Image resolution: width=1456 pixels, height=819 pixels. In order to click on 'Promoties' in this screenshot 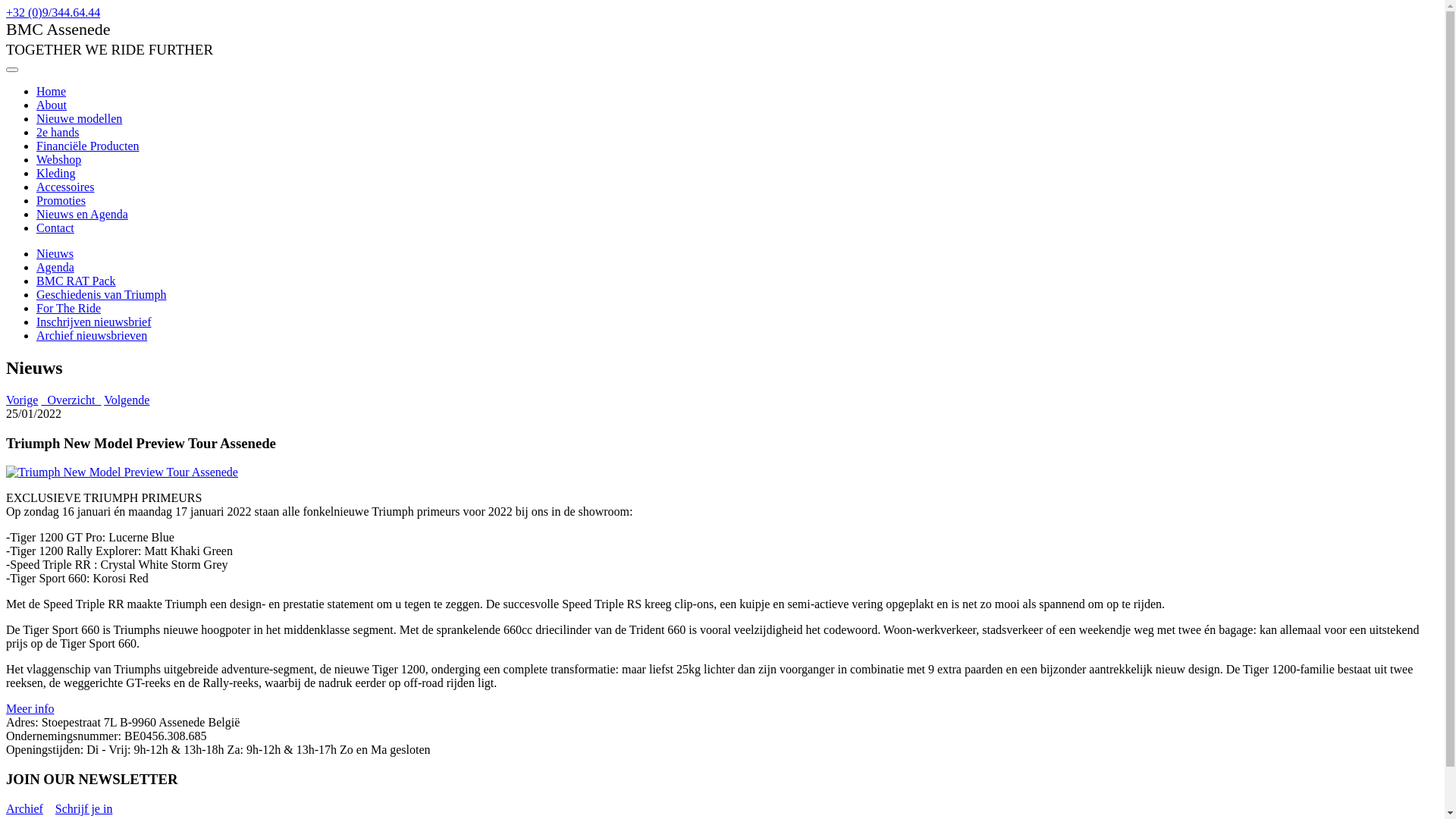, I will do `click(61, 199)`.